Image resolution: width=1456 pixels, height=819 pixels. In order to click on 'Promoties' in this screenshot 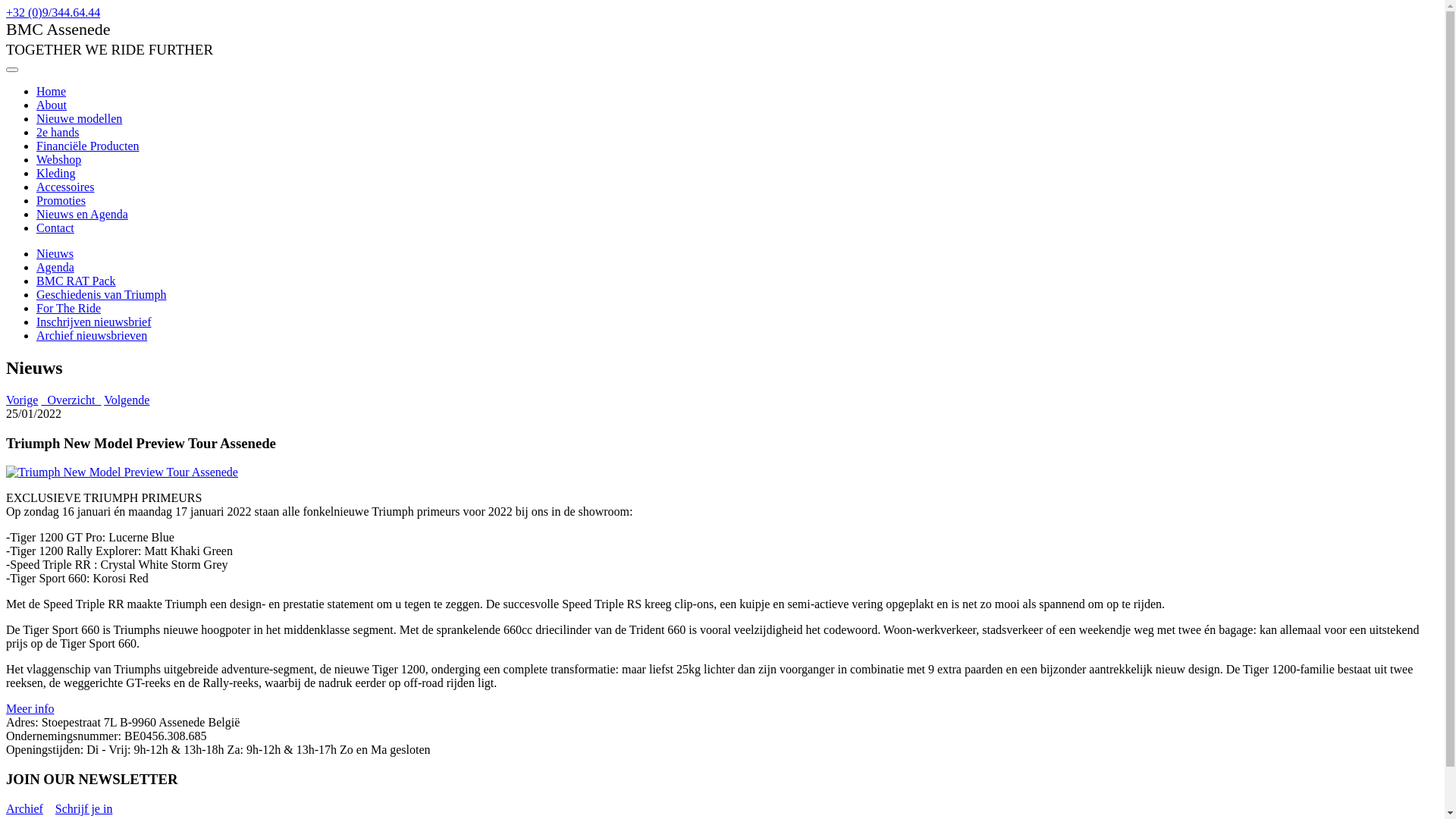, I will do `click(61, 199)`.